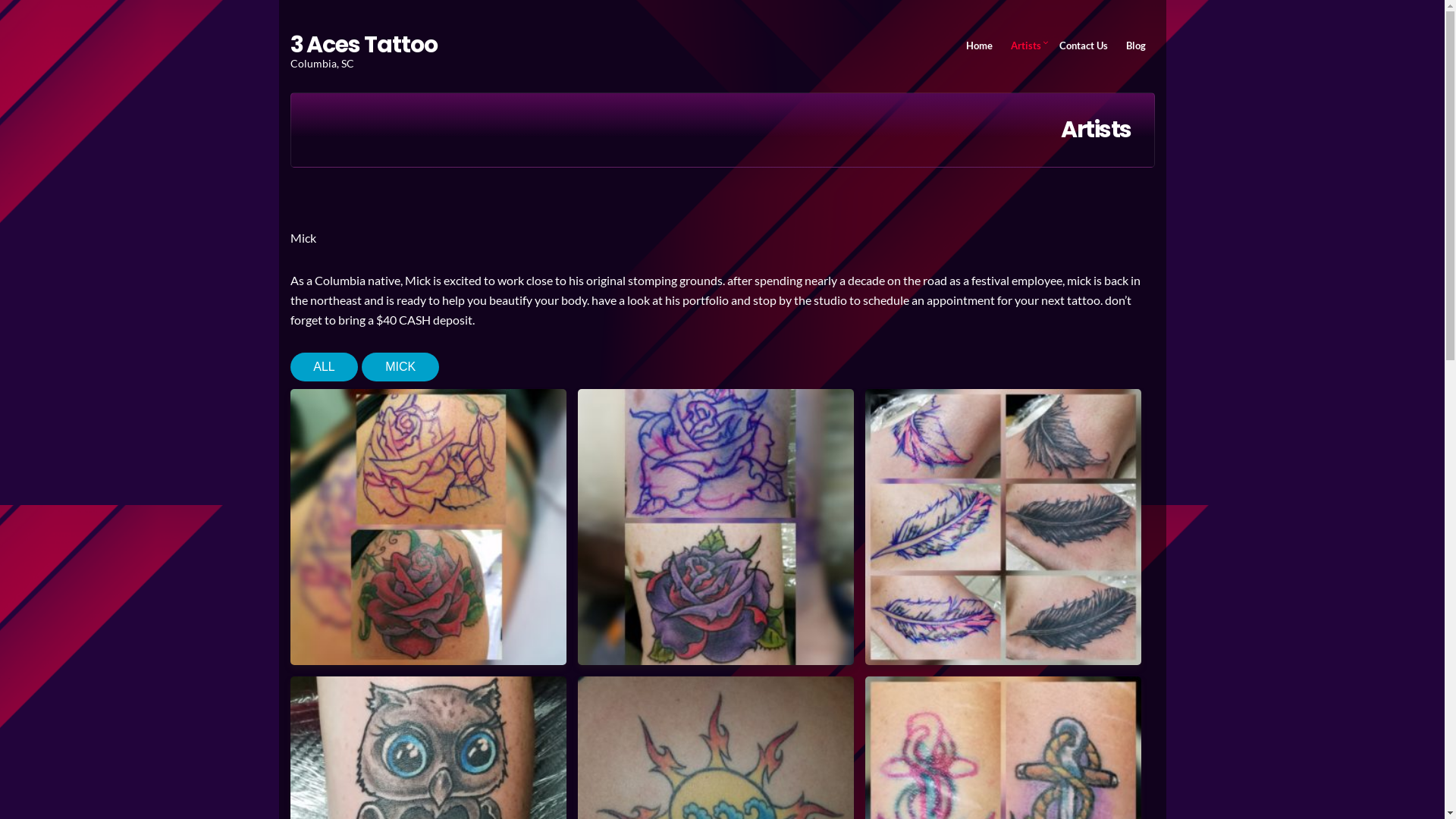 The width and height of the screenshot is (1456, 819). I want to click on 'Contact Us', so click(1082, 45).